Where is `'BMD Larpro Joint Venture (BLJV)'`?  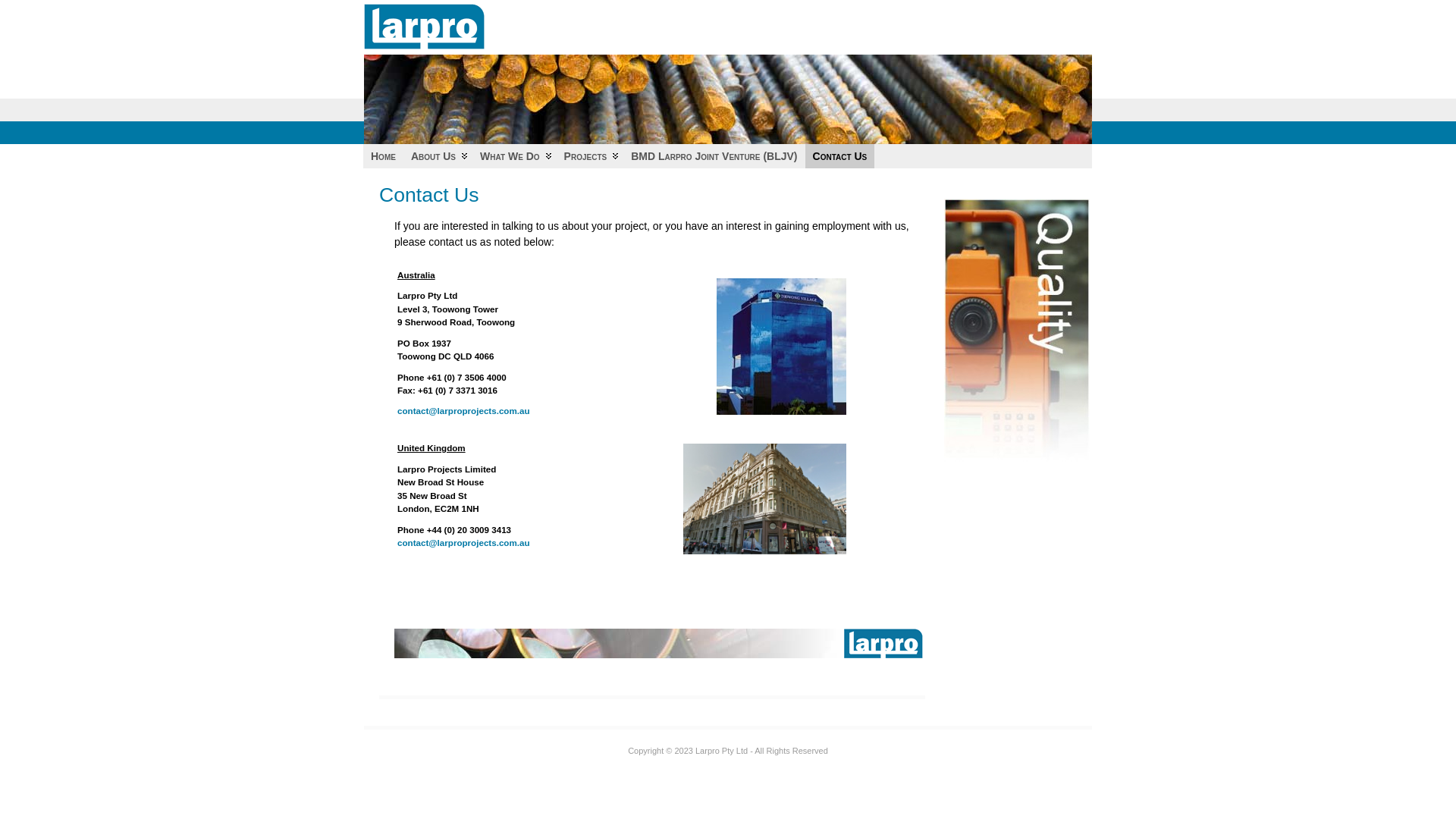 'BMD Larpro Joint Venture (BLJV)' is located at coordinates (713, 155).